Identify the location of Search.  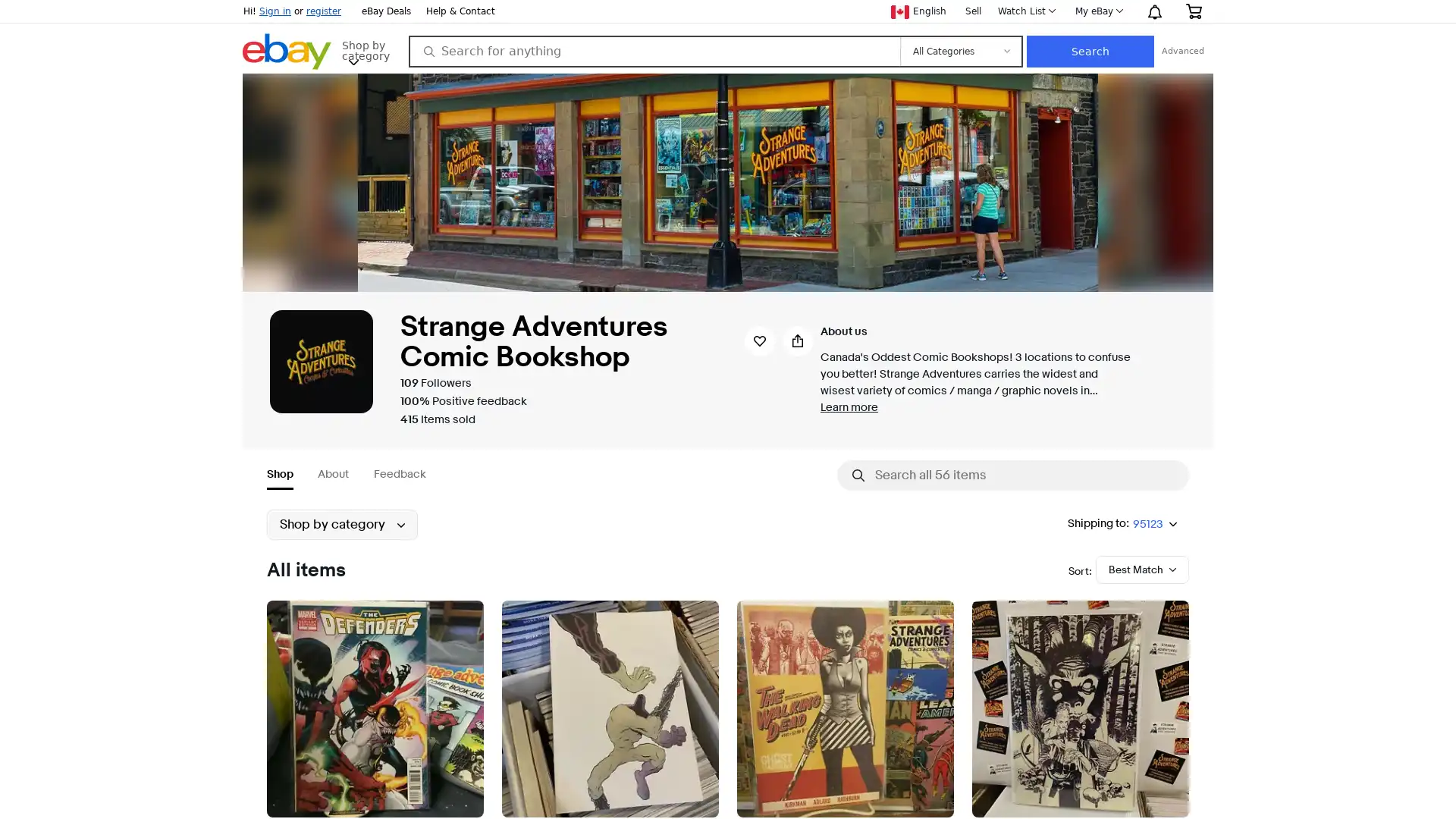
(1090, 51).